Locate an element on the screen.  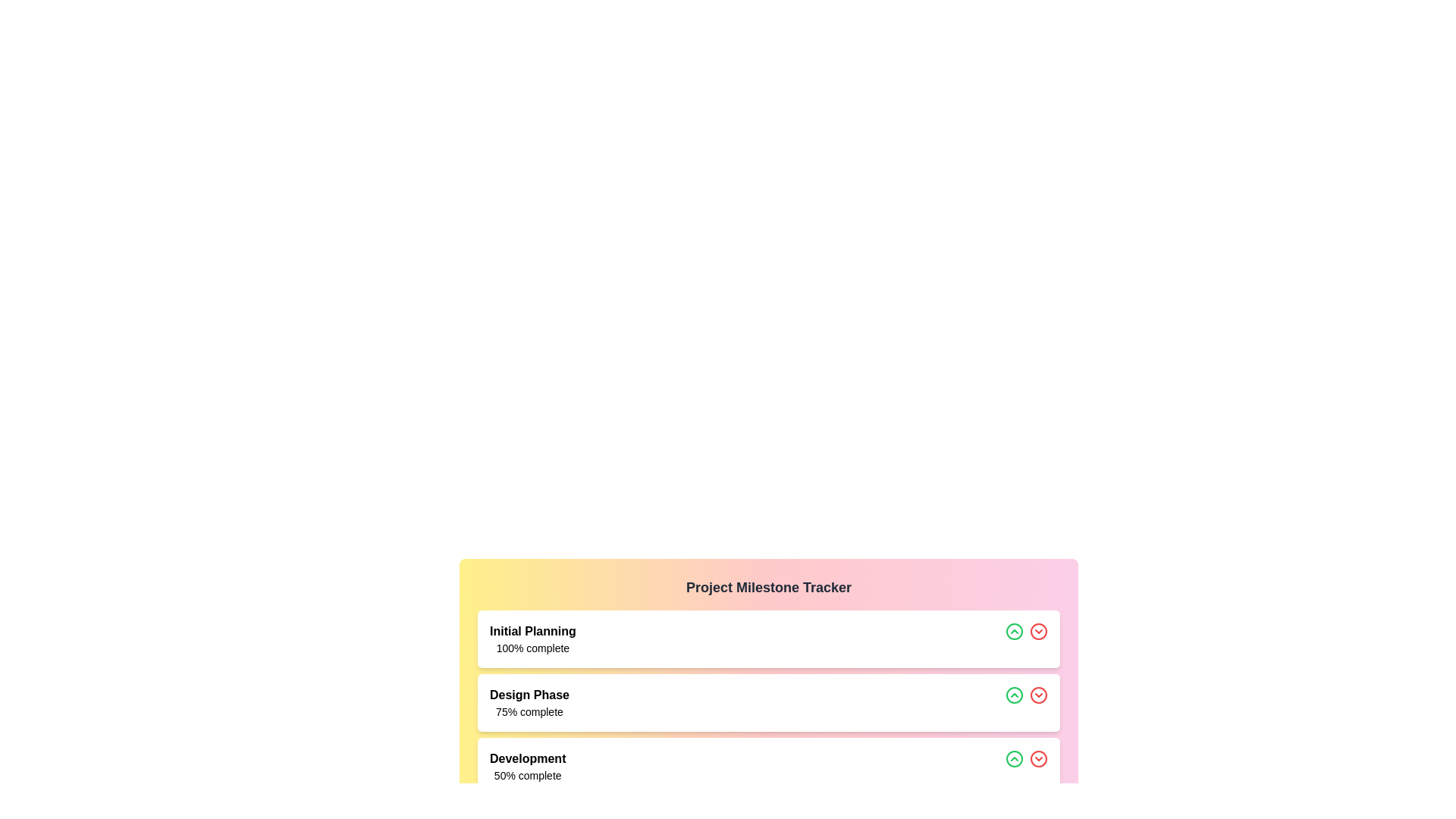
the text content of the milestone stage element titled 'Design Phase' which indicates a 75% completion, positioned in the second row of the project milestone tracker is located at coordinates (529, 702).